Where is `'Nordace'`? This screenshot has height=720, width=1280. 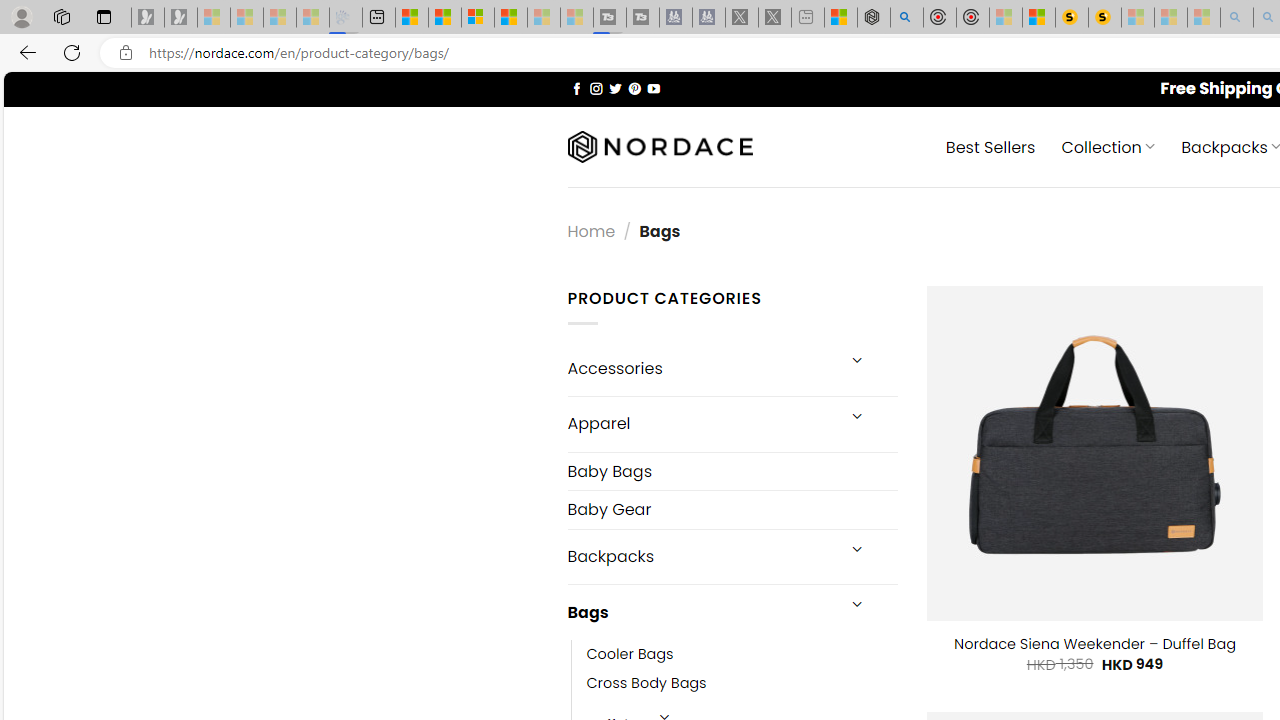
'Nordace' is located at coordinates (659, 146).